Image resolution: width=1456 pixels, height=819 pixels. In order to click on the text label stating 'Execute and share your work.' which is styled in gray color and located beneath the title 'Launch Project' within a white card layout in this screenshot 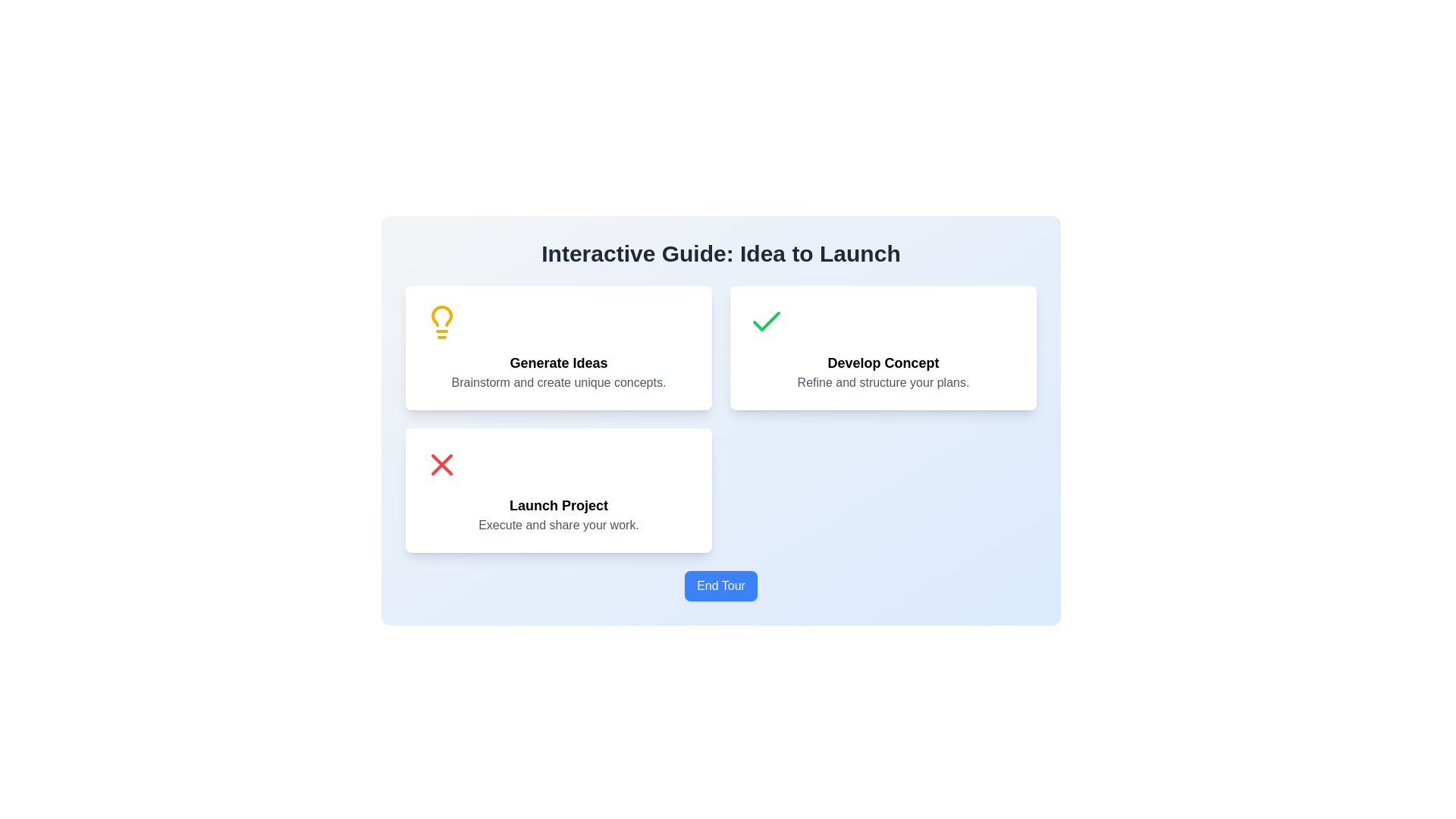, I will do `click(558, 525)`.